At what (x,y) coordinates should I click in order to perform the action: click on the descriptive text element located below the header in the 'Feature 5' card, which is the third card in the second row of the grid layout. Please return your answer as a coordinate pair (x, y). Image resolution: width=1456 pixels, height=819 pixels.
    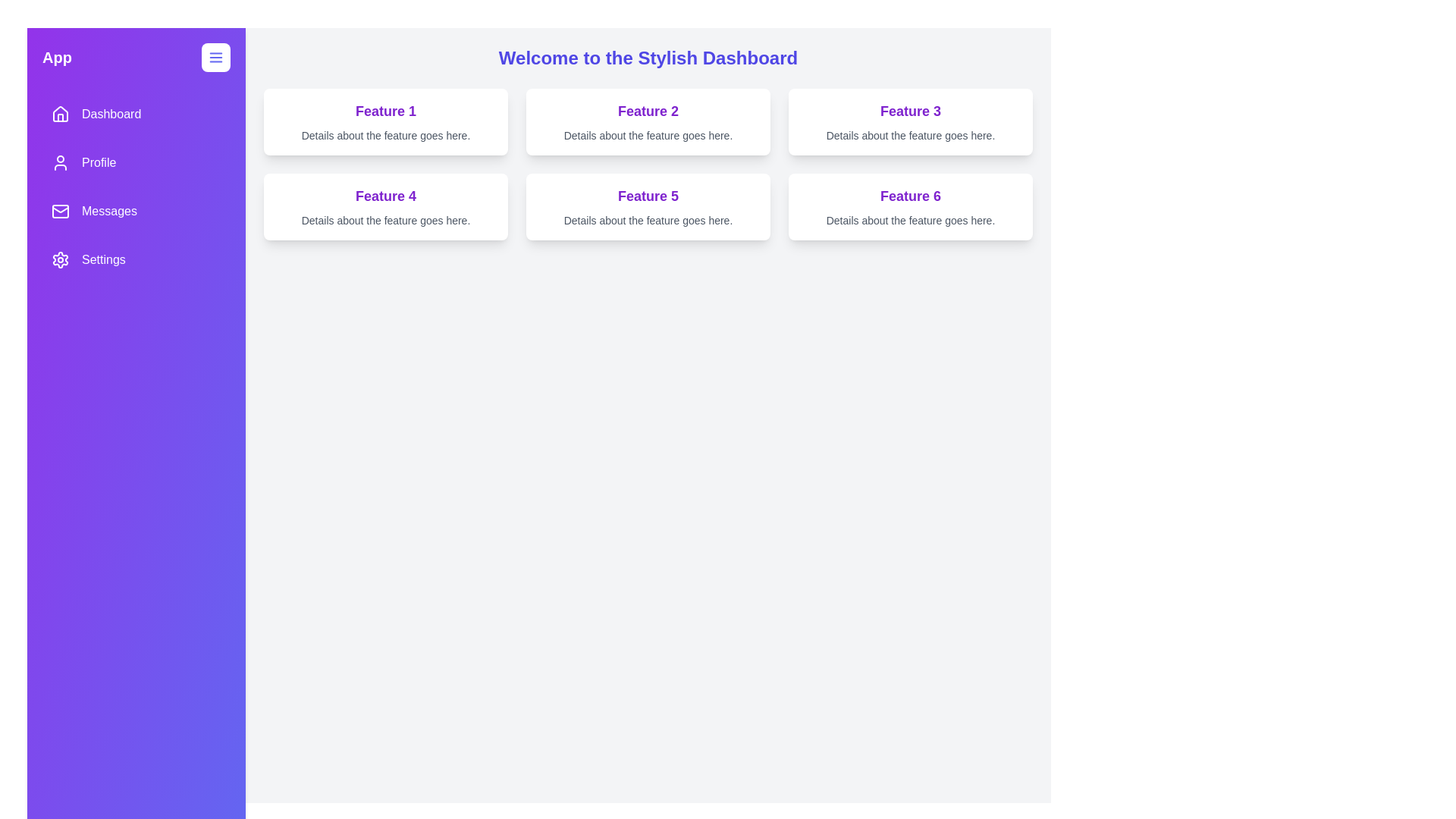
    Looking at the image, I should click on (648, 220).